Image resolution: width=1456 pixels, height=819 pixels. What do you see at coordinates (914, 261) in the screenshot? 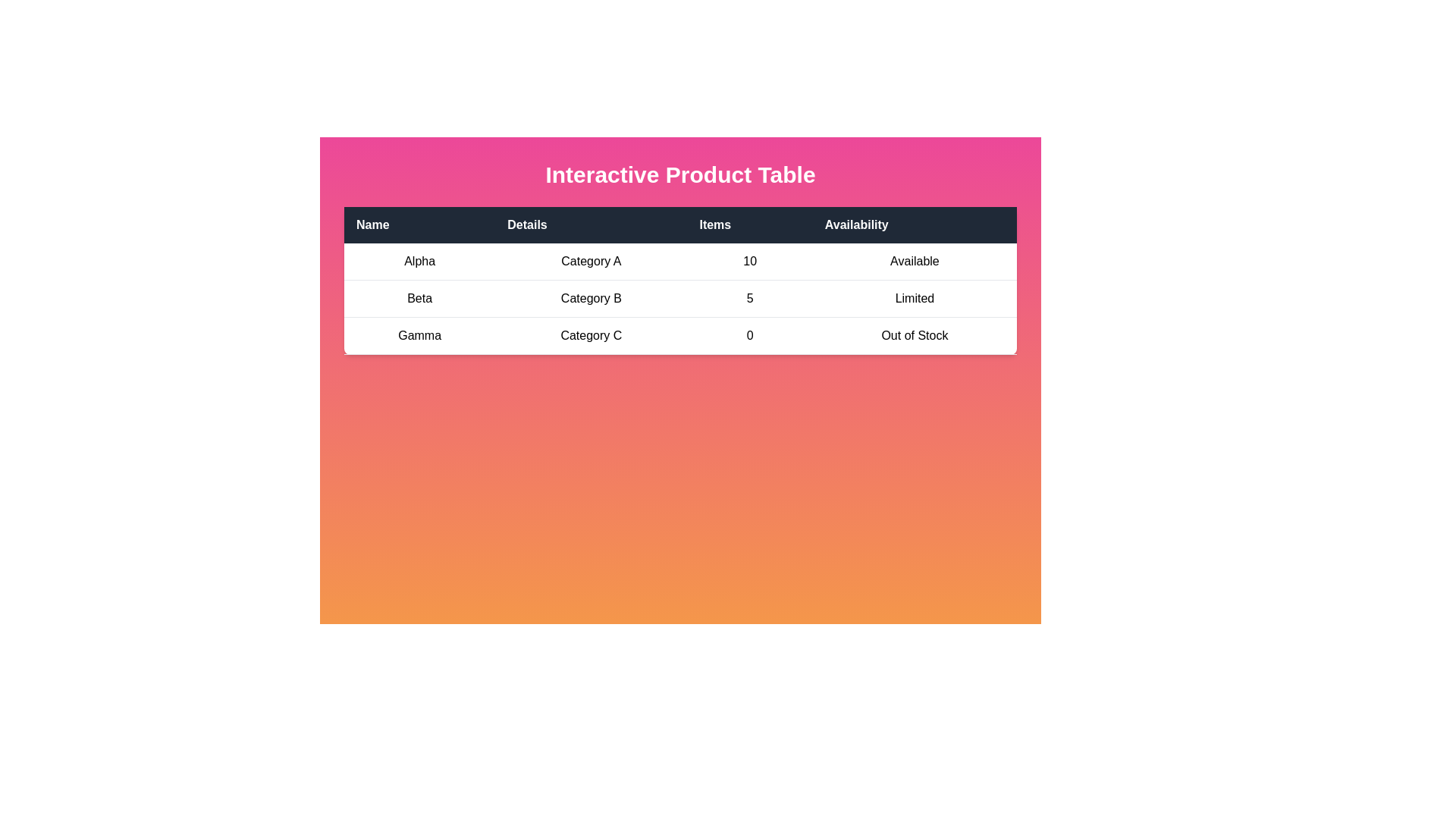
I see `text label 'Available' located under the 'Availability' header in the first content row of the table` at bounding box center [914, 261].